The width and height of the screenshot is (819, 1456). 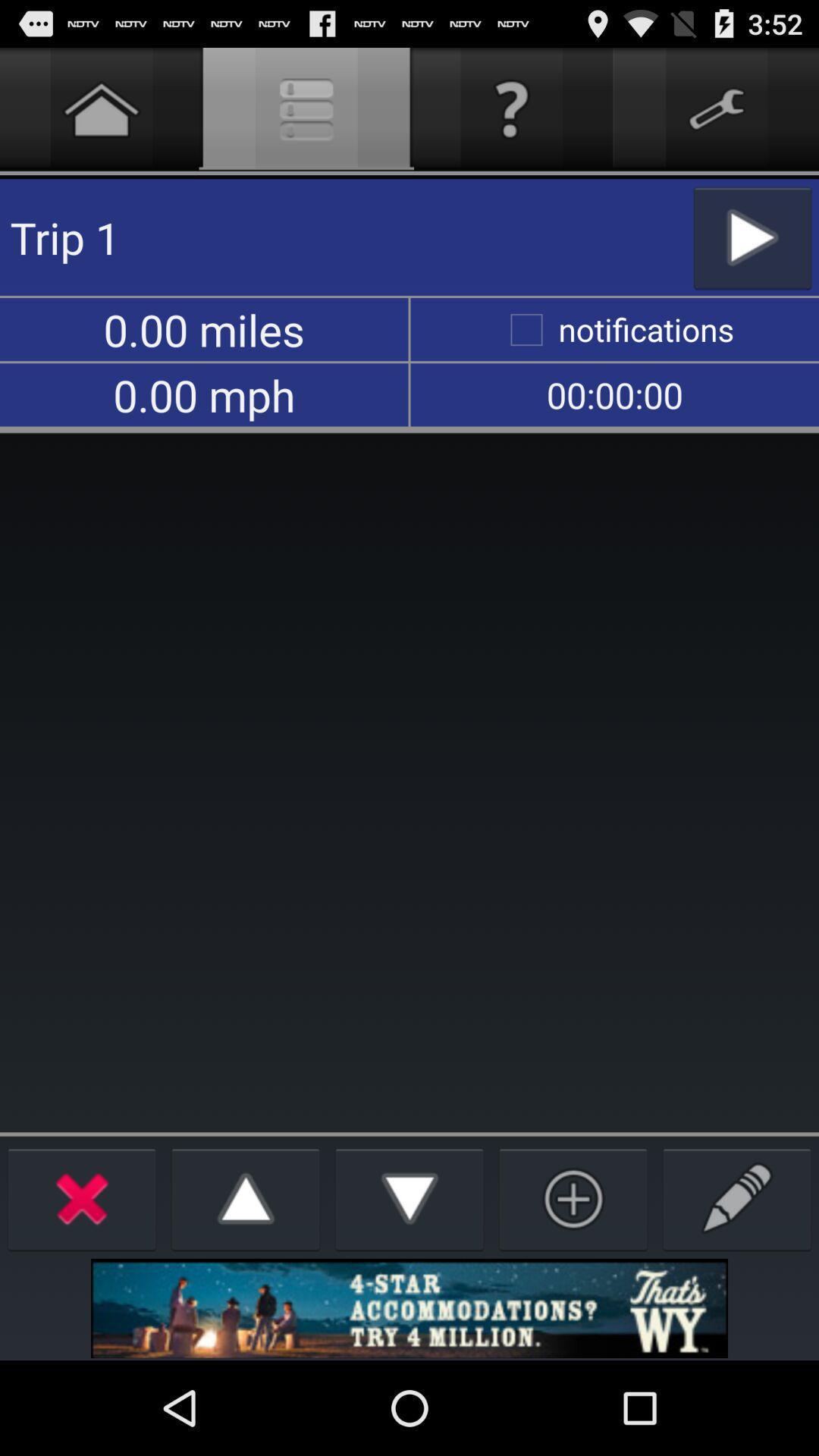 What do you see at coordinates (245, 1197) in the screenshot?
I see `up button` at bounding box center [245, 1197].